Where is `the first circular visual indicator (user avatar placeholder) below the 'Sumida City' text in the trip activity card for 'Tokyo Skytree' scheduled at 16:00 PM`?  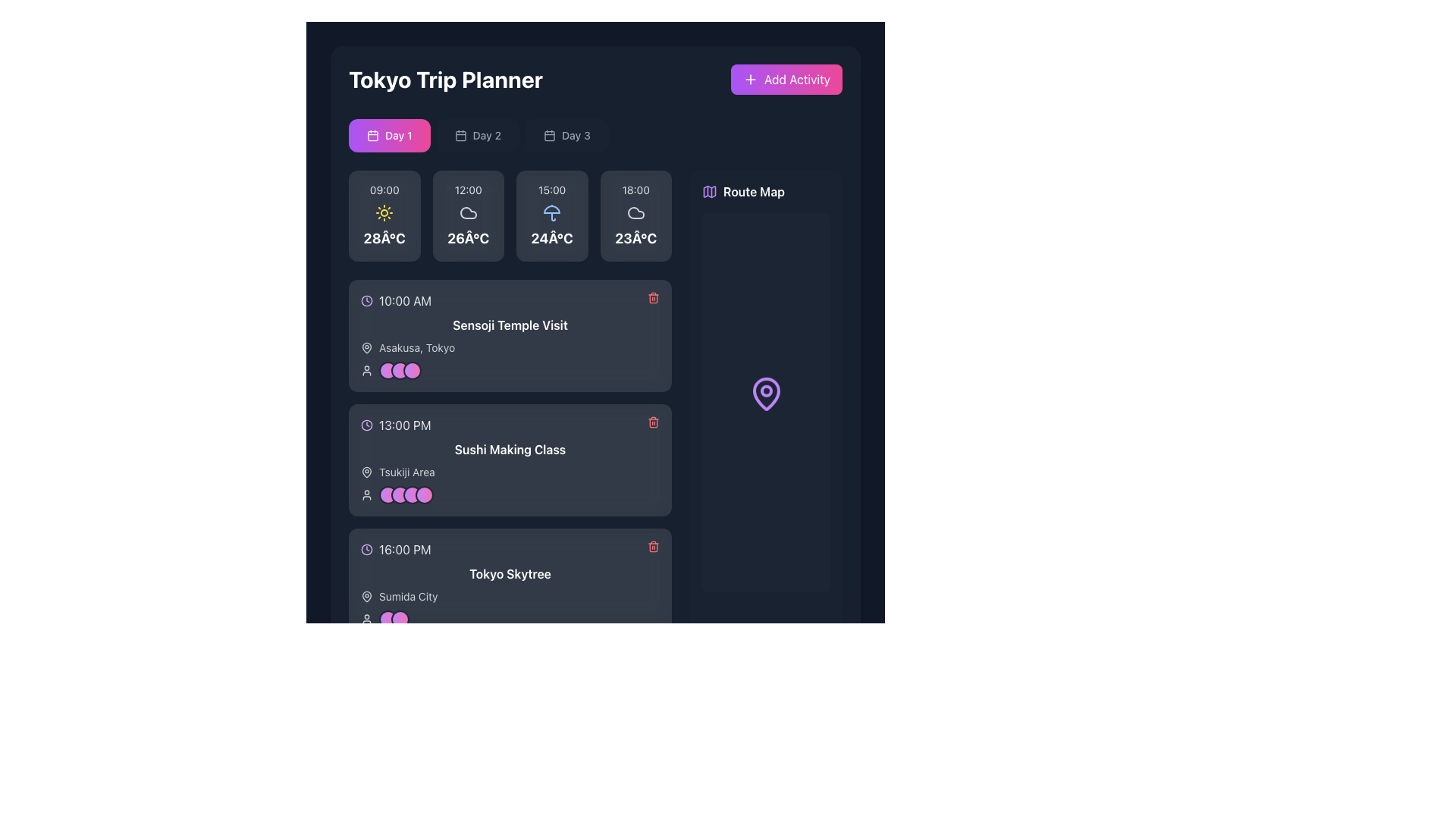
the first circular visual indicator (user avatar placeholder) below the 'Sumida City' text in the trip activity card for 'Tokyo Skytree' scheduled at 16:00 PM is located at coordinates (388, 620).